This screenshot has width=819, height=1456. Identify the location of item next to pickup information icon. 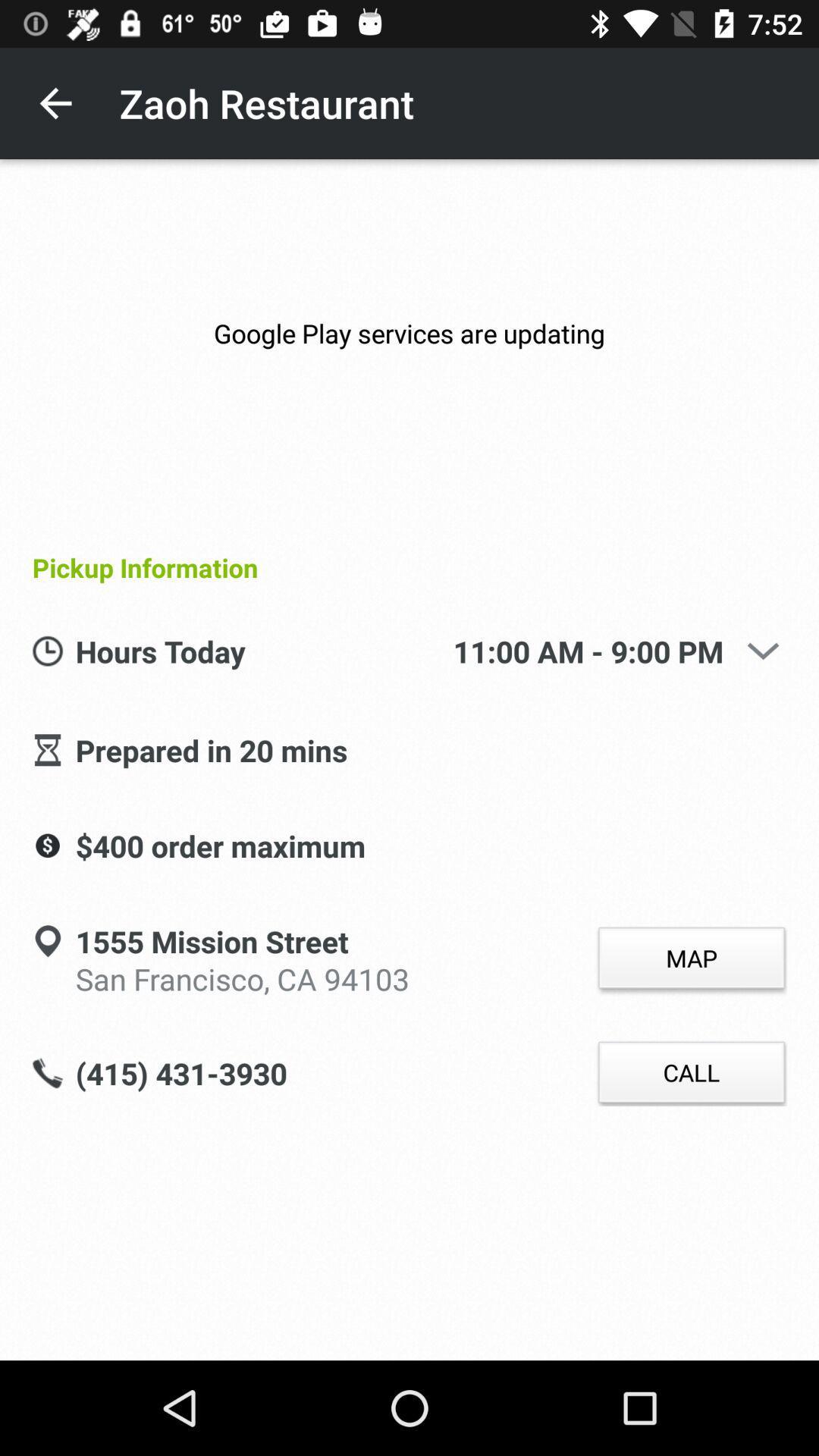
(781, 566).